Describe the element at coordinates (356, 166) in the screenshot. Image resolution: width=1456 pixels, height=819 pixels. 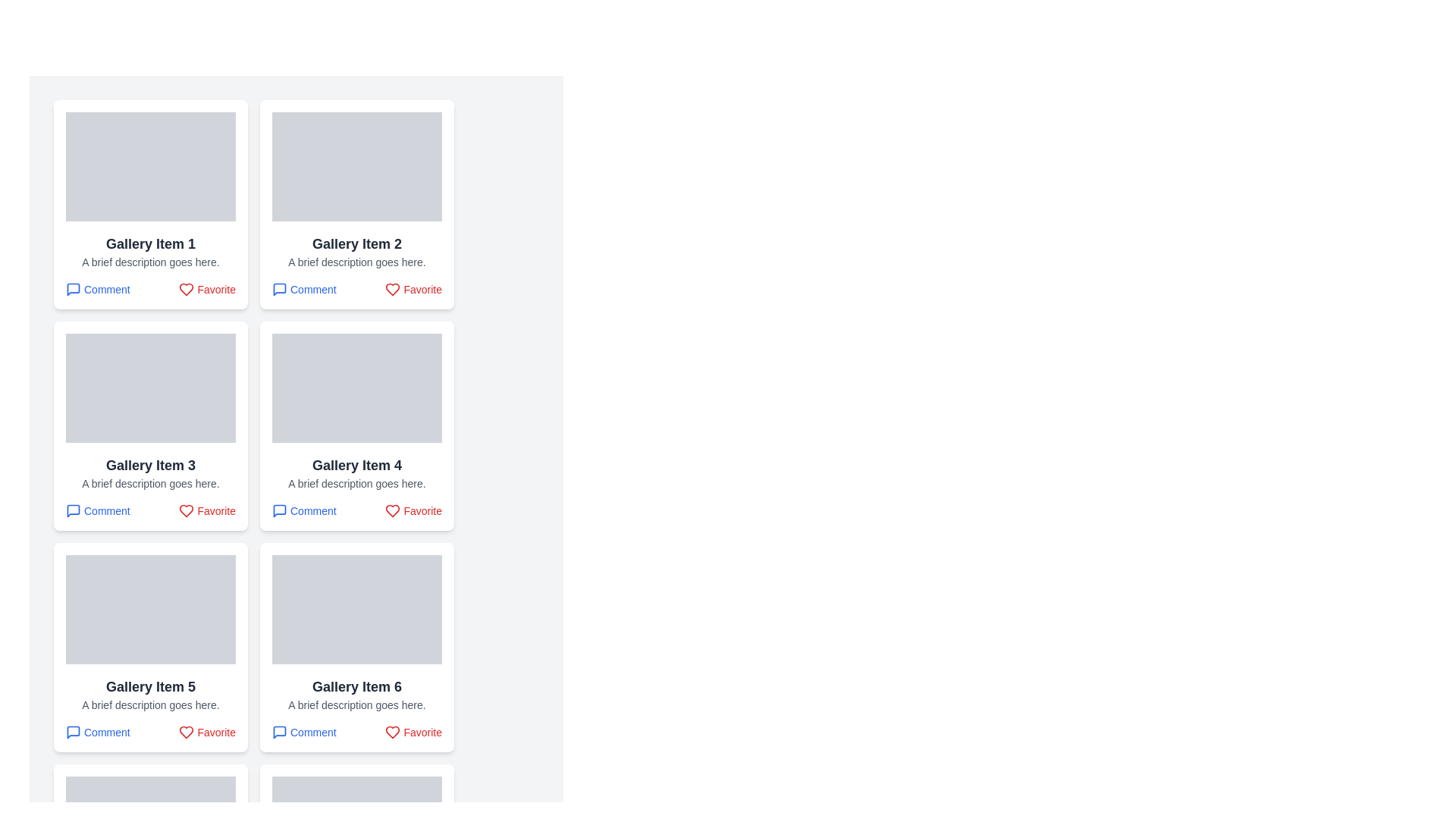
I see `the image placeholder located at the top of the 'Gallery Item 2' box to interact with it` at that location.